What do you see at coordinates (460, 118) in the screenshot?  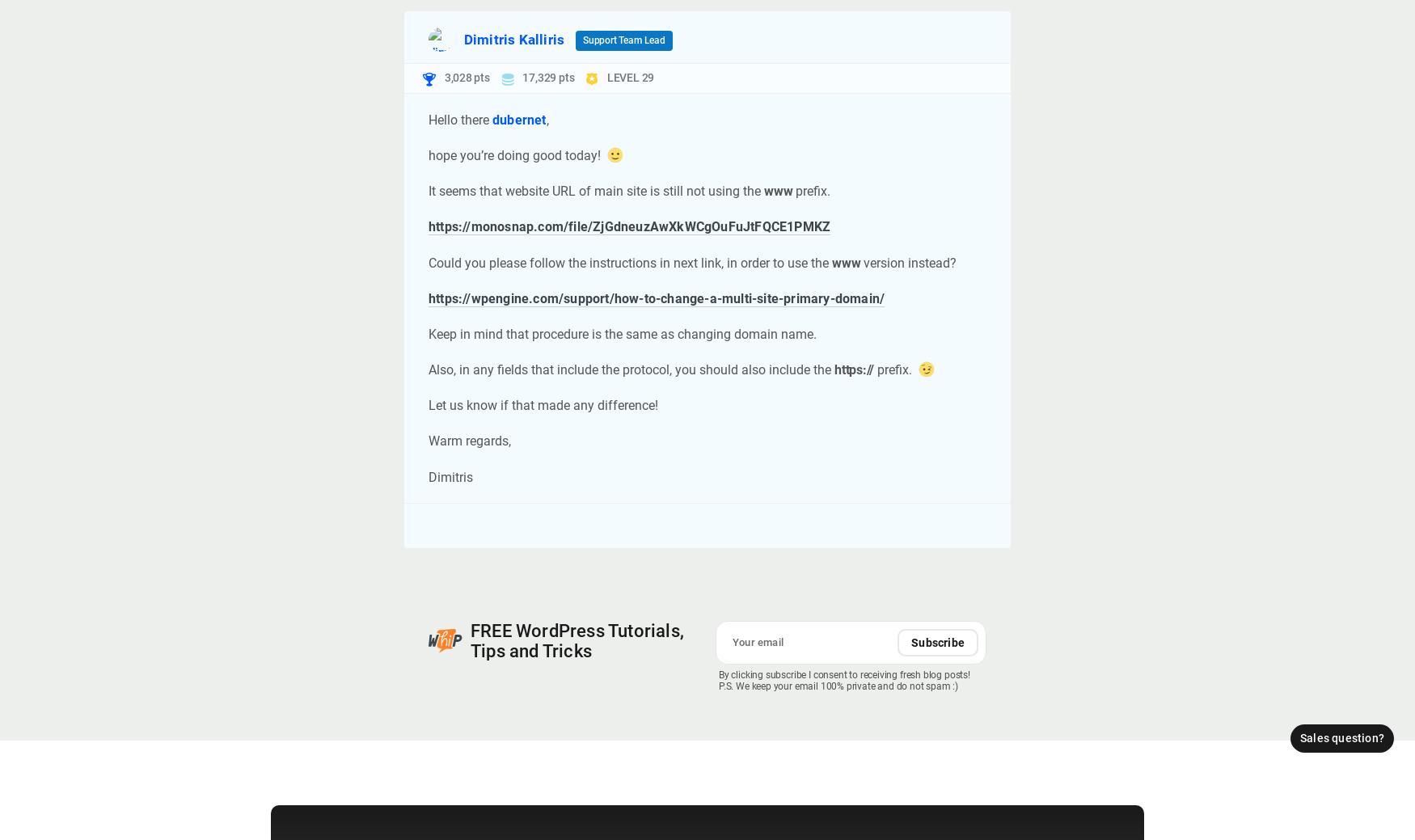 I see `'Hello there'` at bounding box center [460, 118].